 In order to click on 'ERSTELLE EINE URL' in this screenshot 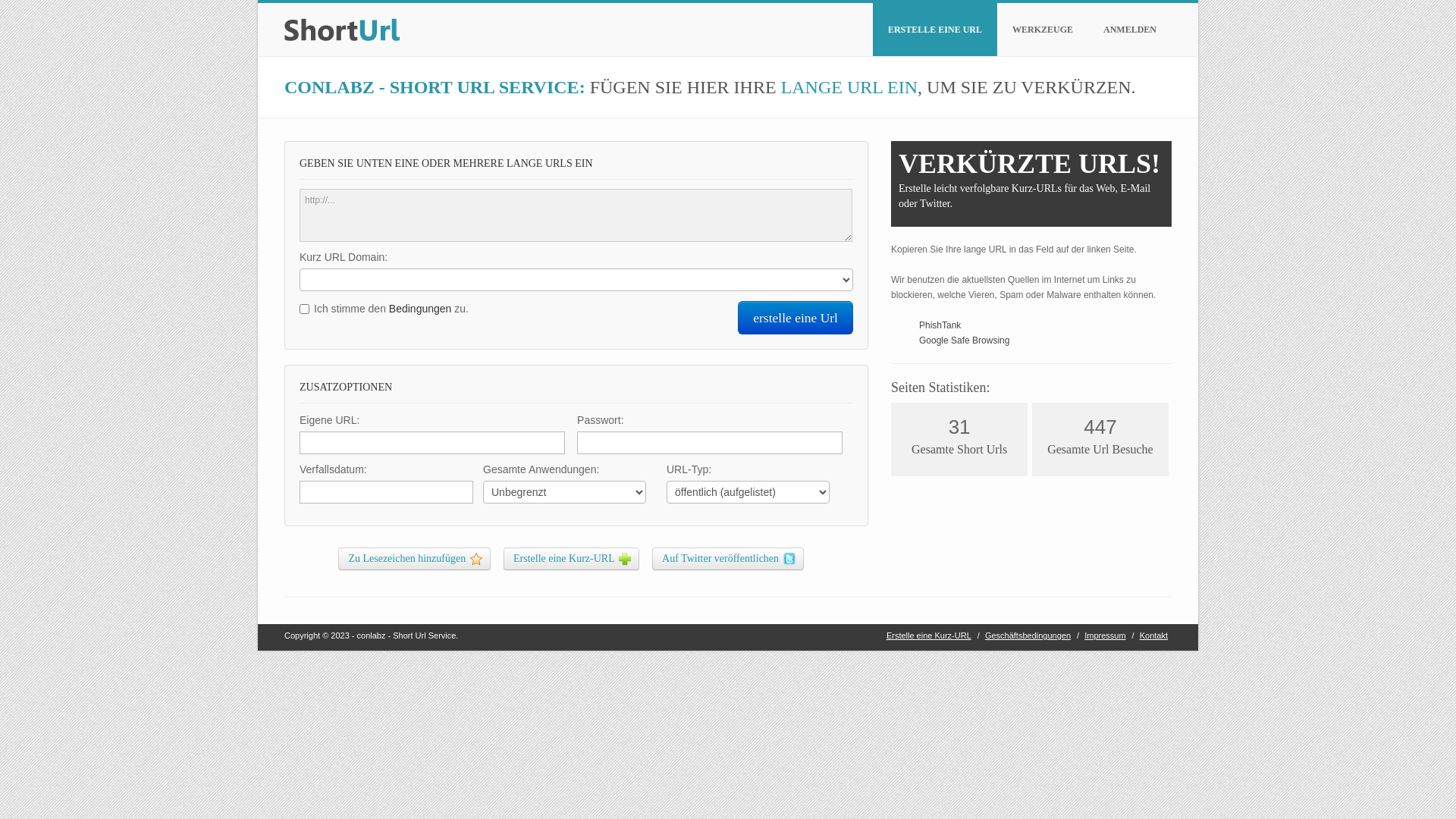, I will do `click(934, 29)`.